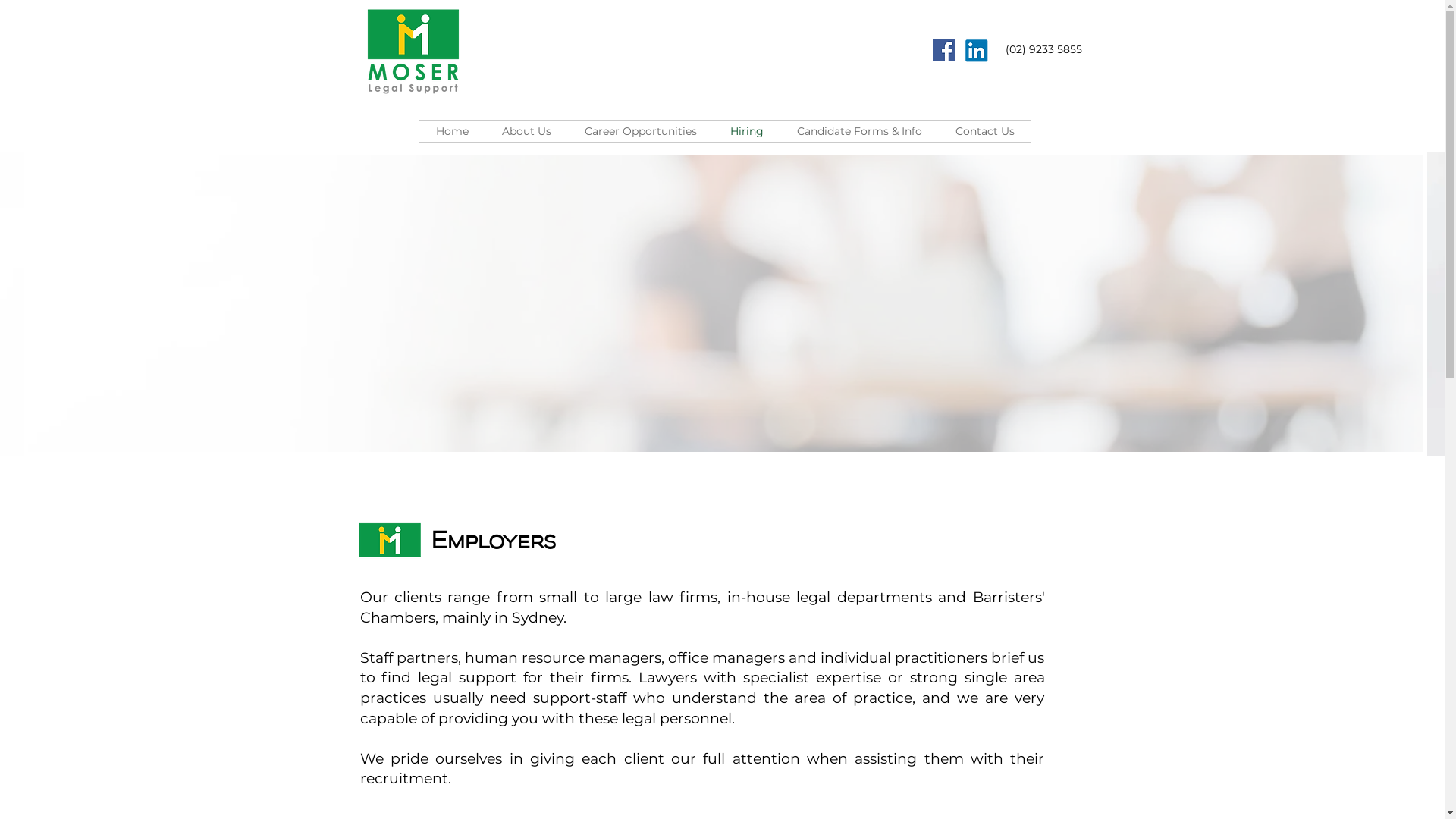  Describe the element at coordinates (745, 130) in the screenshot. I see `'Hiring'` at that location.